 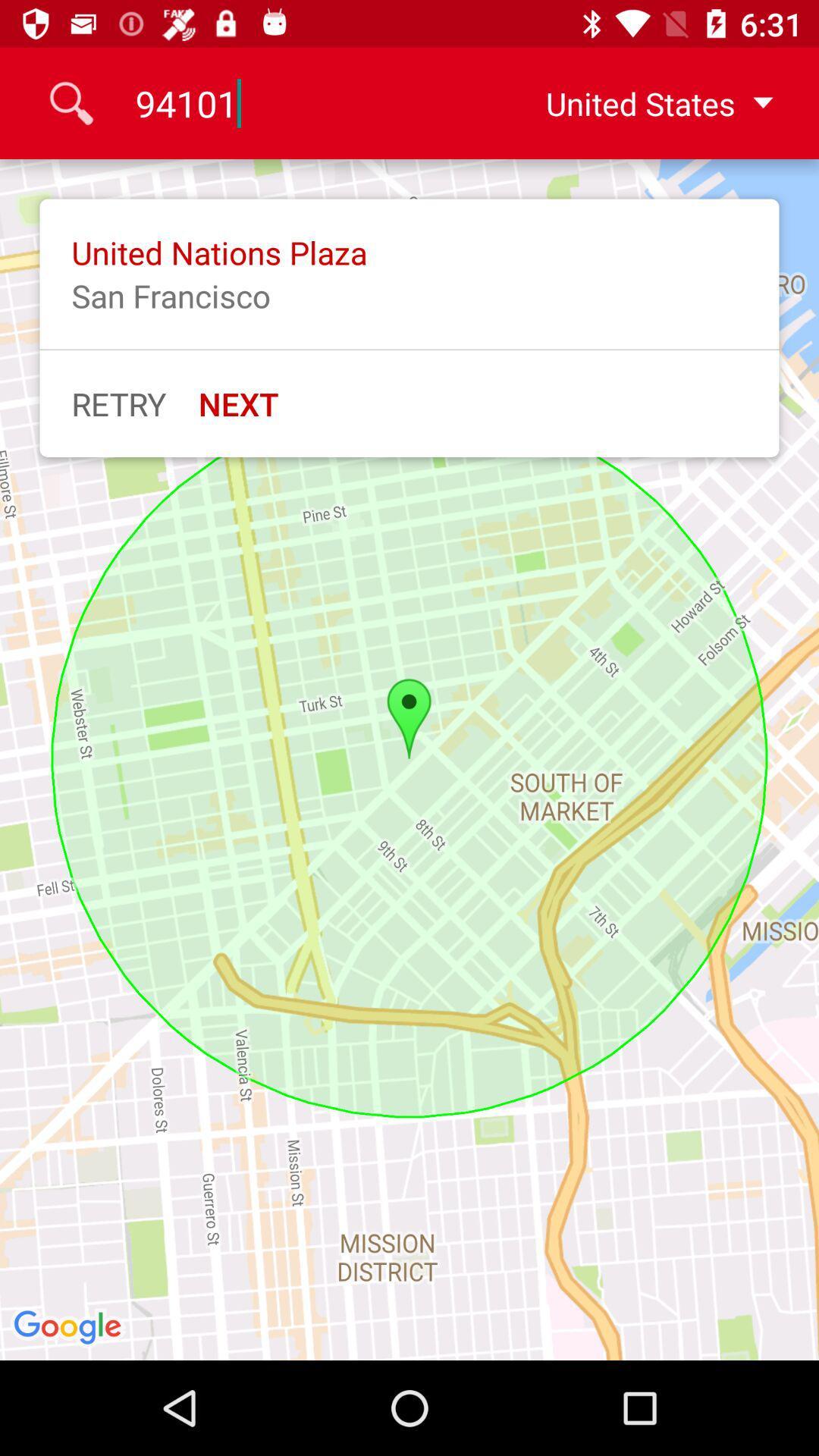 What do you see at coordinates (118, 403) in the screenshot?
I see `the icon to the left of next icon` at bounding box center [118, 403].